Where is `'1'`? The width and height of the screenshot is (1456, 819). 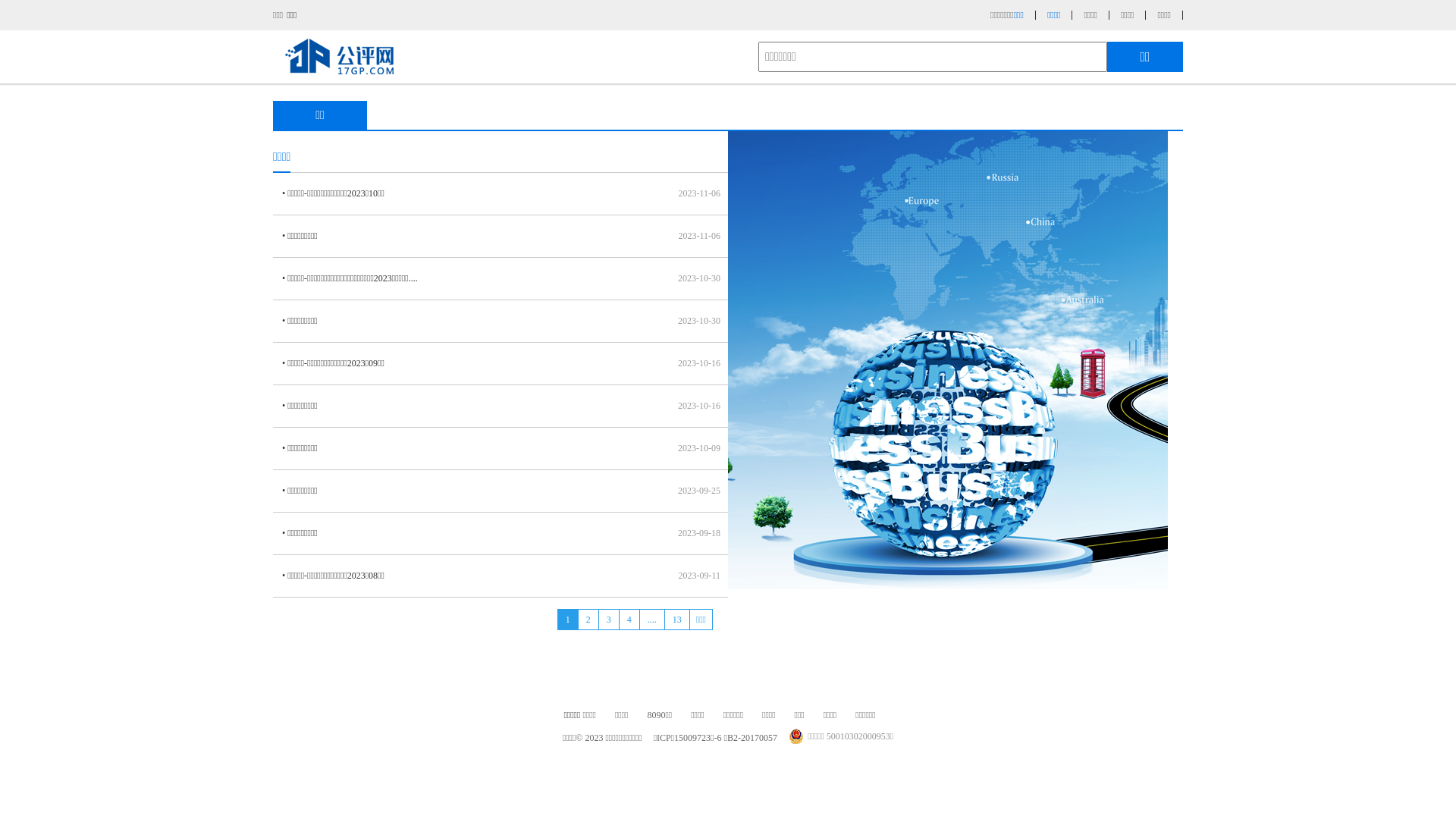
'1' is located at coordinates (566, 620).